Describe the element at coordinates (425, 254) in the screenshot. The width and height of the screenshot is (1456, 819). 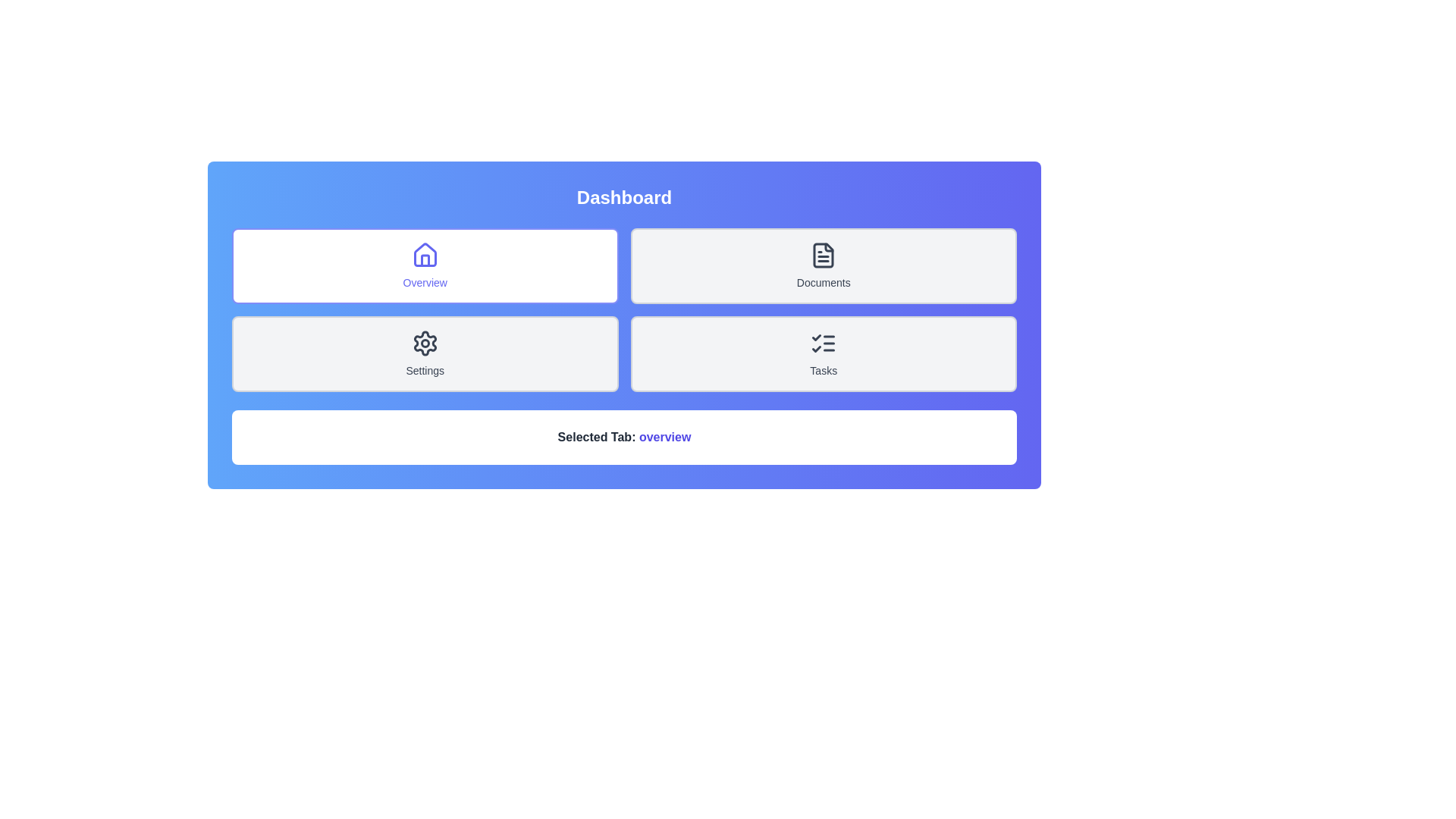
I see `the stylized house icon located in the top-left section of the dashboard interface` at that location.